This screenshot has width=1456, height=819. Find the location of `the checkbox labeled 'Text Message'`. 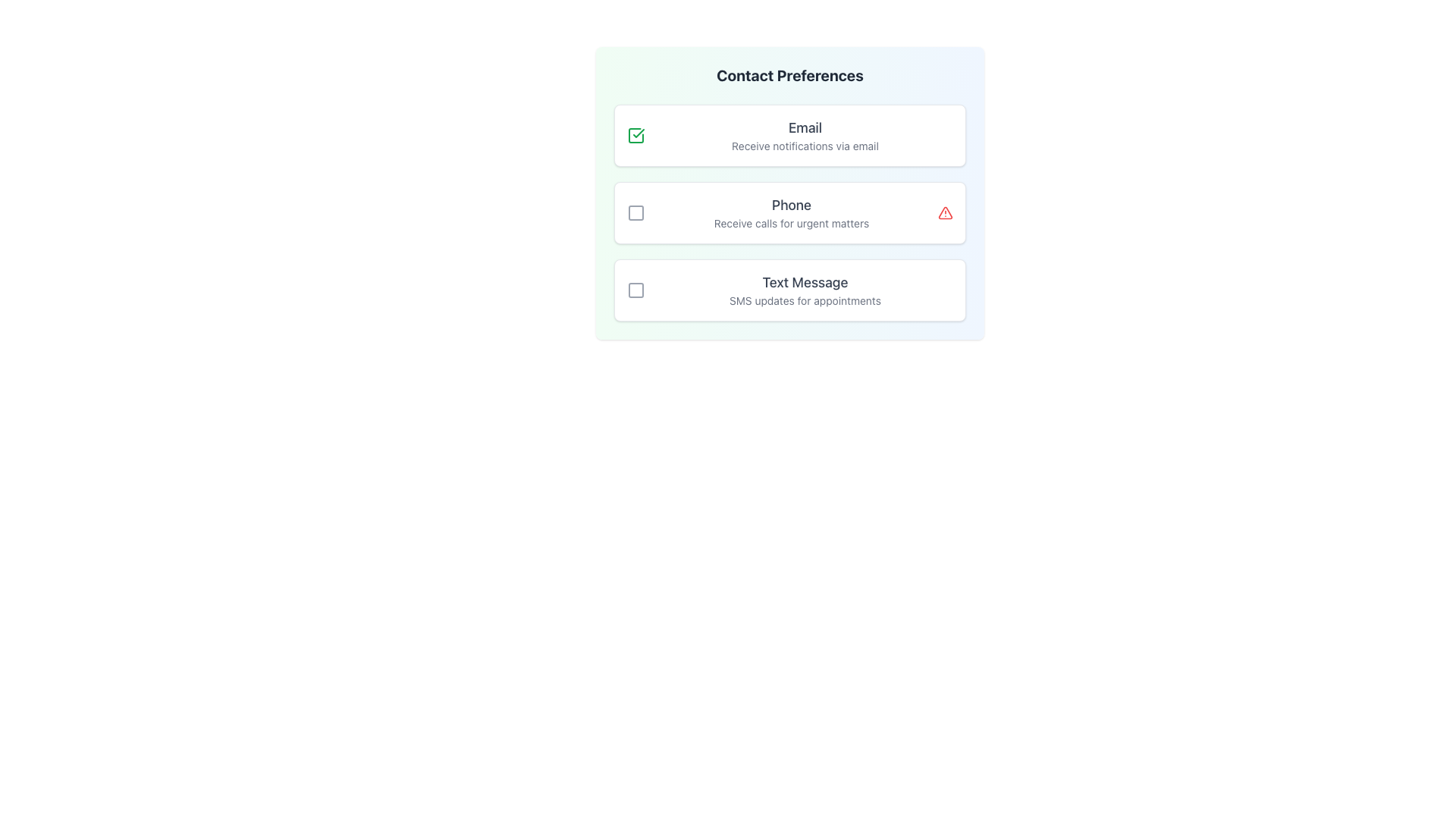

the checkbox labeled 'Text Message' is located at coordinates (789, 290).